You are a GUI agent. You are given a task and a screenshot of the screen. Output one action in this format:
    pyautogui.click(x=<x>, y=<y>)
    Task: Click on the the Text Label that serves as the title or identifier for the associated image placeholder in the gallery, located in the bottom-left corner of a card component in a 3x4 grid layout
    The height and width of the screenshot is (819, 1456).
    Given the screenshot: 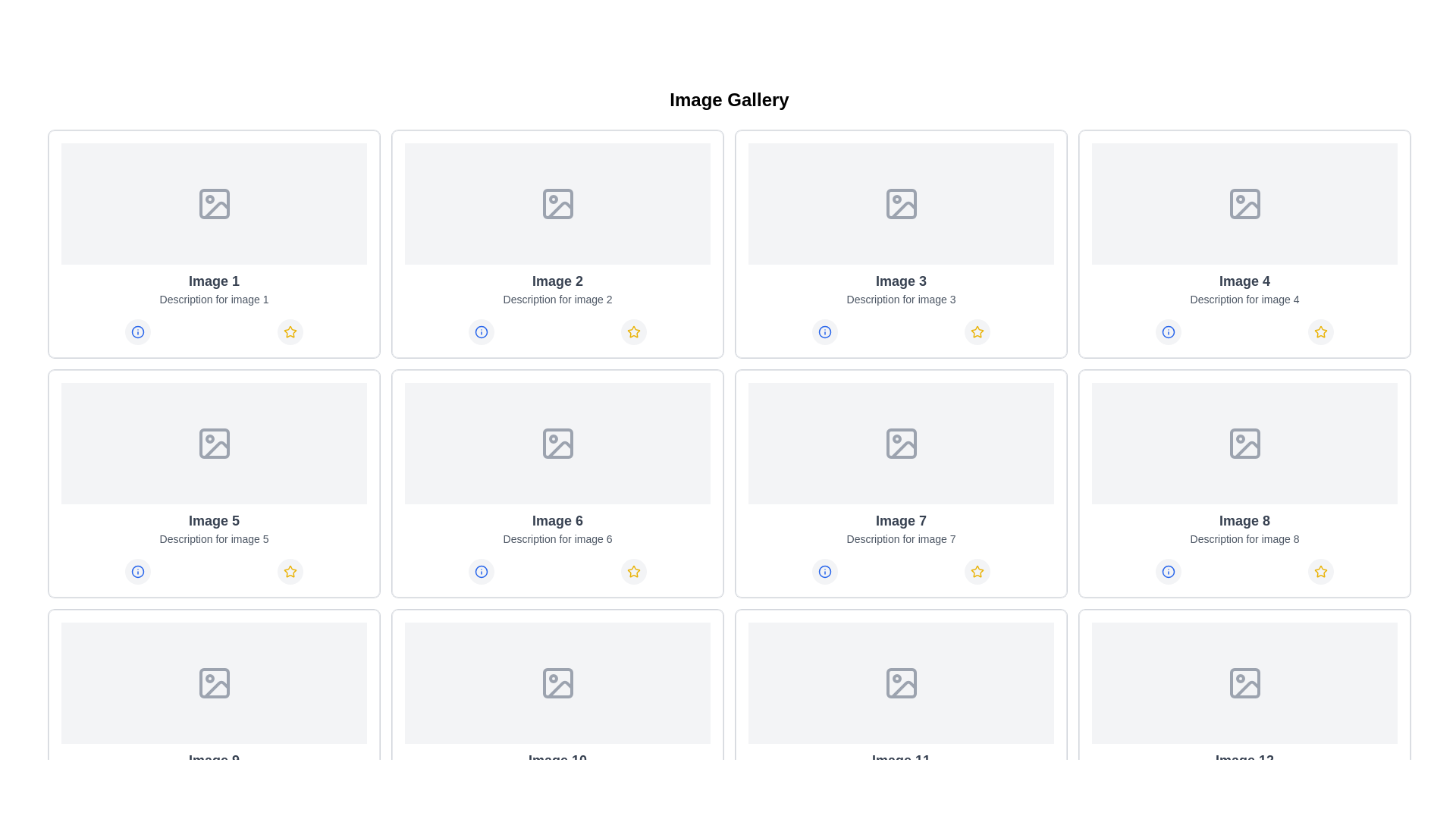 What is the action you would take?
    pyautogui.click(x=213, y=760)
    